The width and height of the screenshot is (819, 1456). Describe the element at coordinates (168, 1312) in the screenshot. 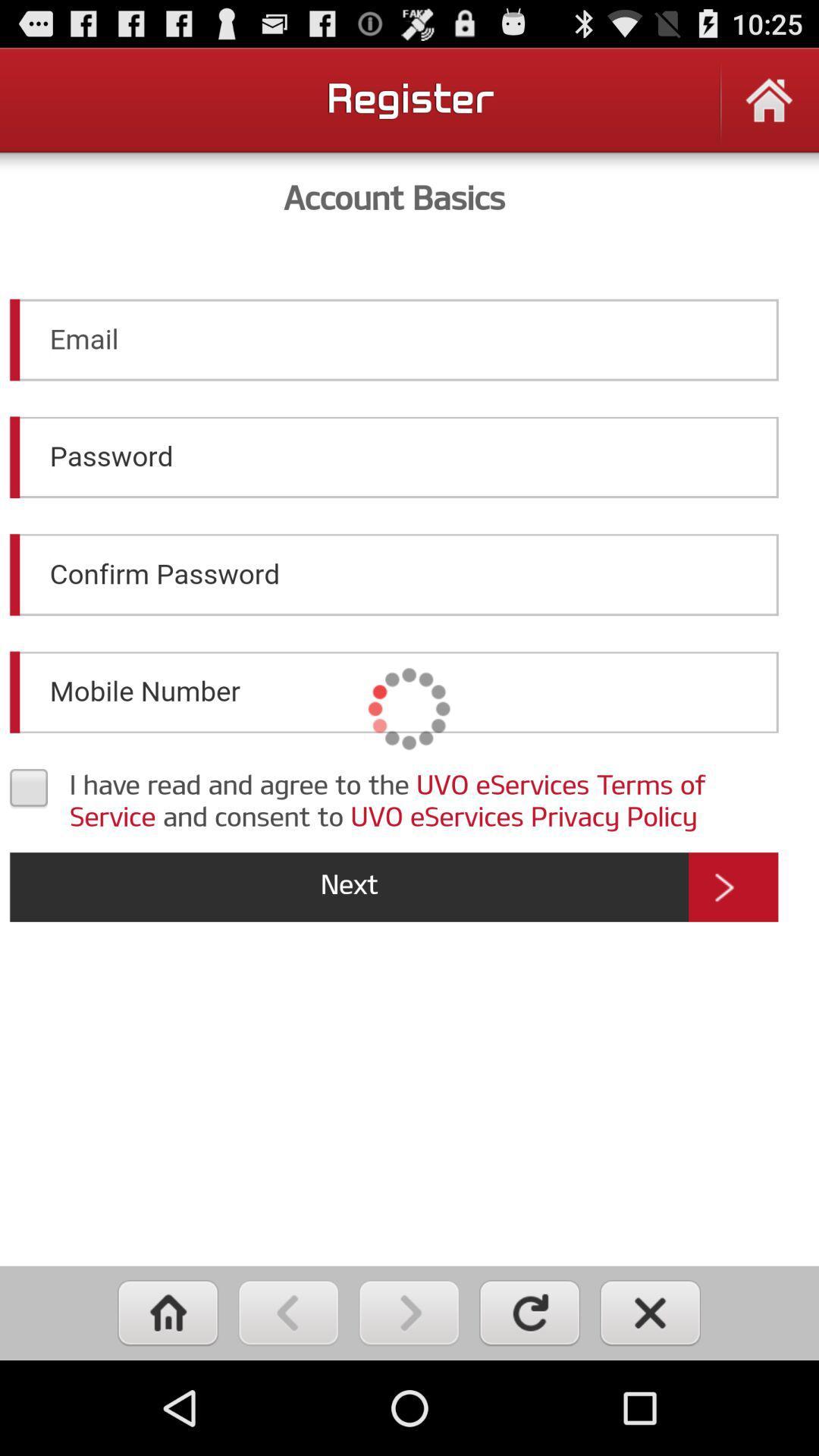

I see `go homepage` at that location.